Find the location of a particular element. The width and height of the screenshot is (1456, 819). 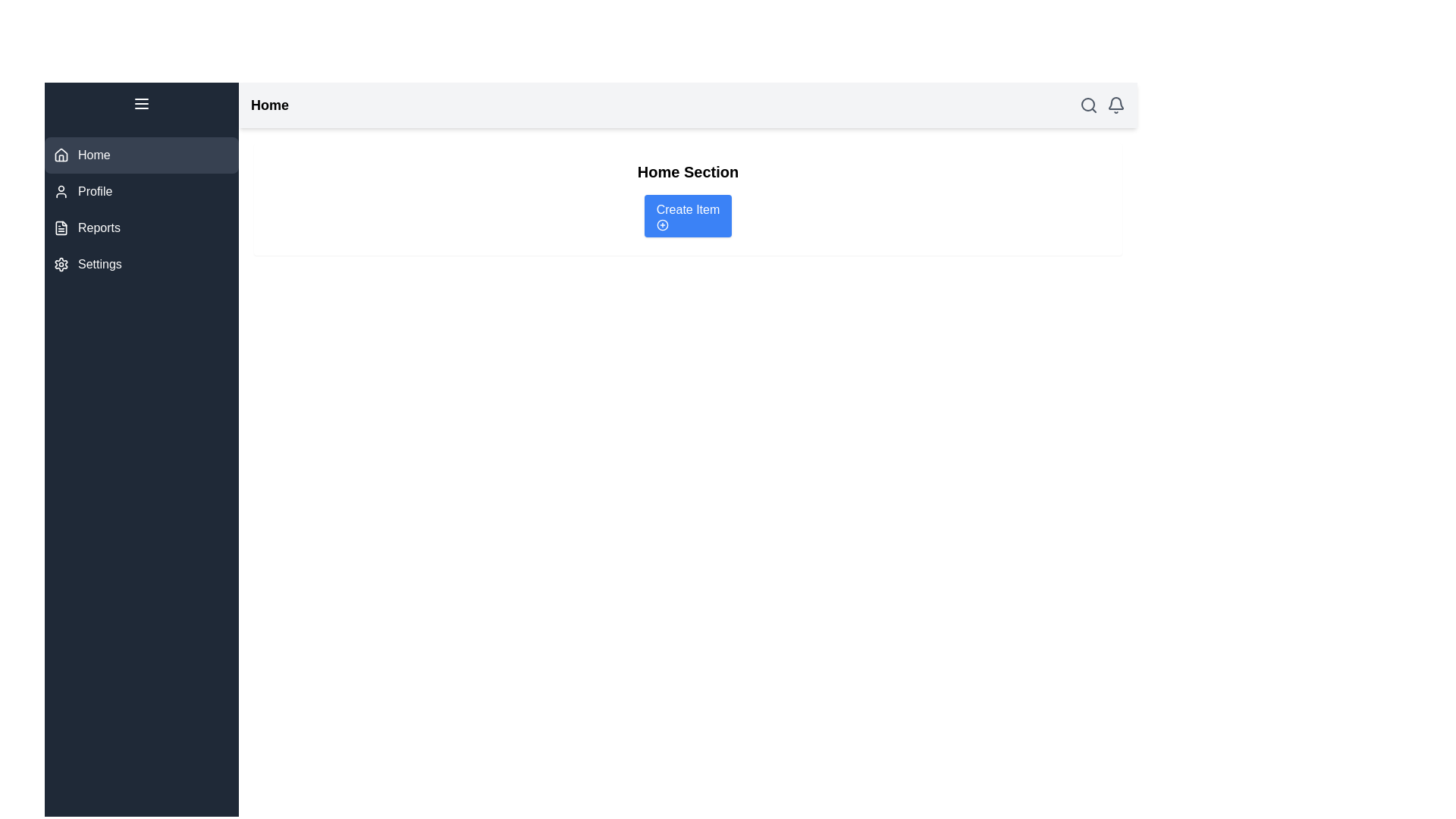

the 'Profile' navigation button located below the 'Home' button and above the 'Reports' button in the vertical navigation panel by is located at coordinates (142, 191).